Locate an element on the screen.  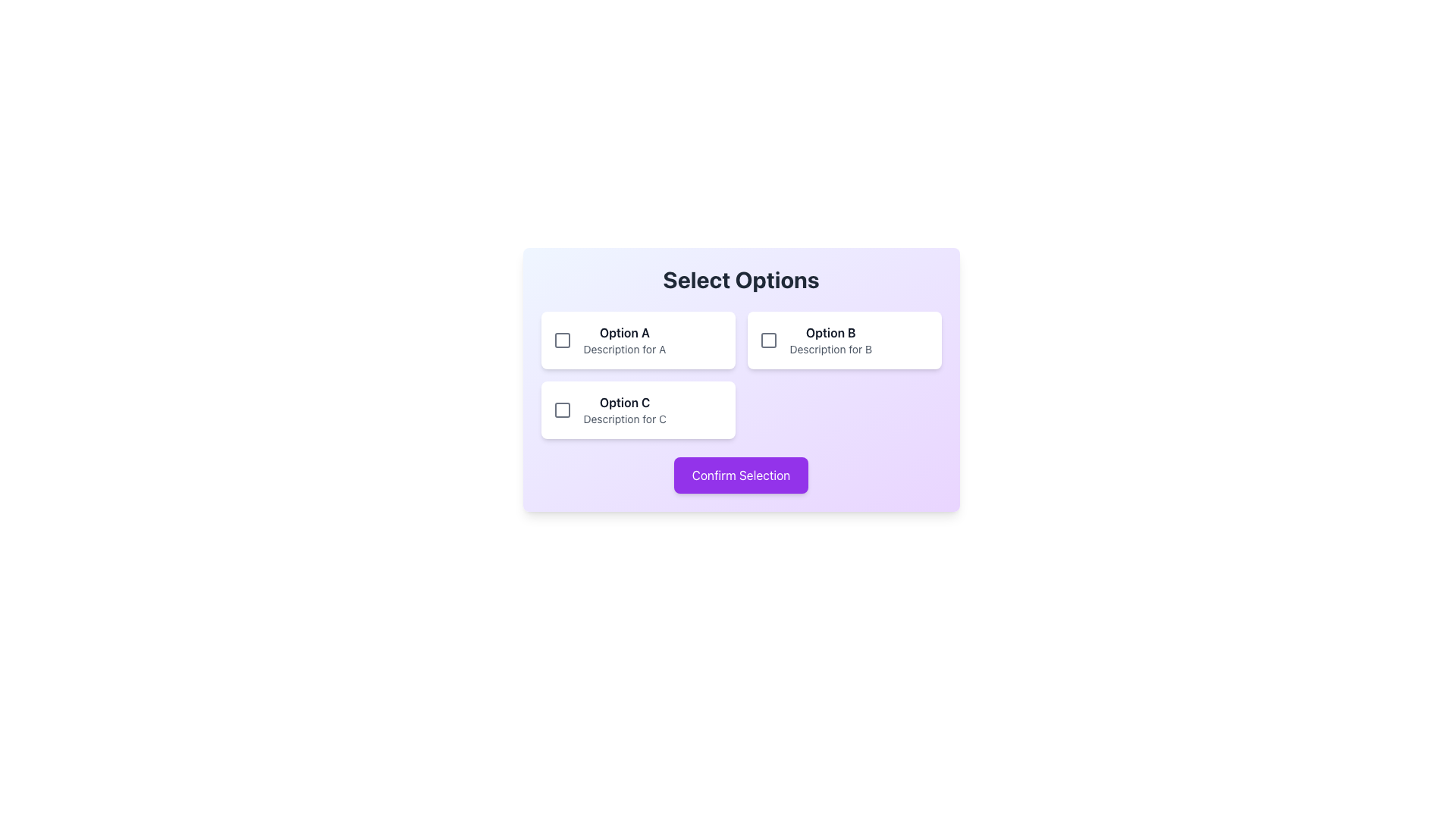
the text label displaying 'Description for C' which is styled in small gray font, located below the bolded label 'Option C' in the lower left portion of a selection interface is located at coordinates (625, 419).